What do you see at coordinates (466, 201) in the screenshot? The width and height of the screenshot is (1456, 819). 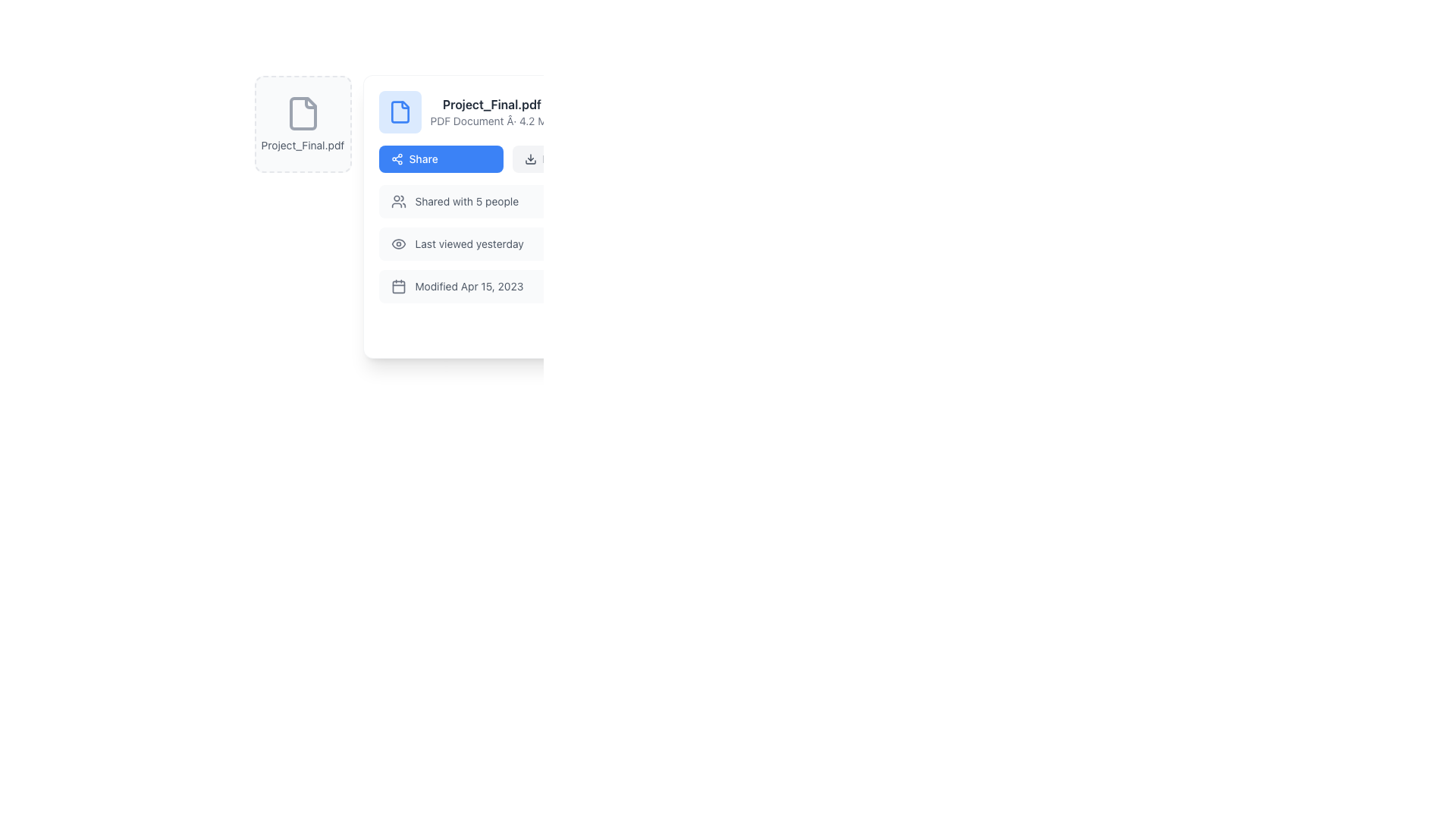 I see `the gray text label that reads 'Shared with 5 people', which is styled in a small font and located to the right of the user icon in the vertical list under 'Project_Final.pdf'` at bounding box center [466, 201].